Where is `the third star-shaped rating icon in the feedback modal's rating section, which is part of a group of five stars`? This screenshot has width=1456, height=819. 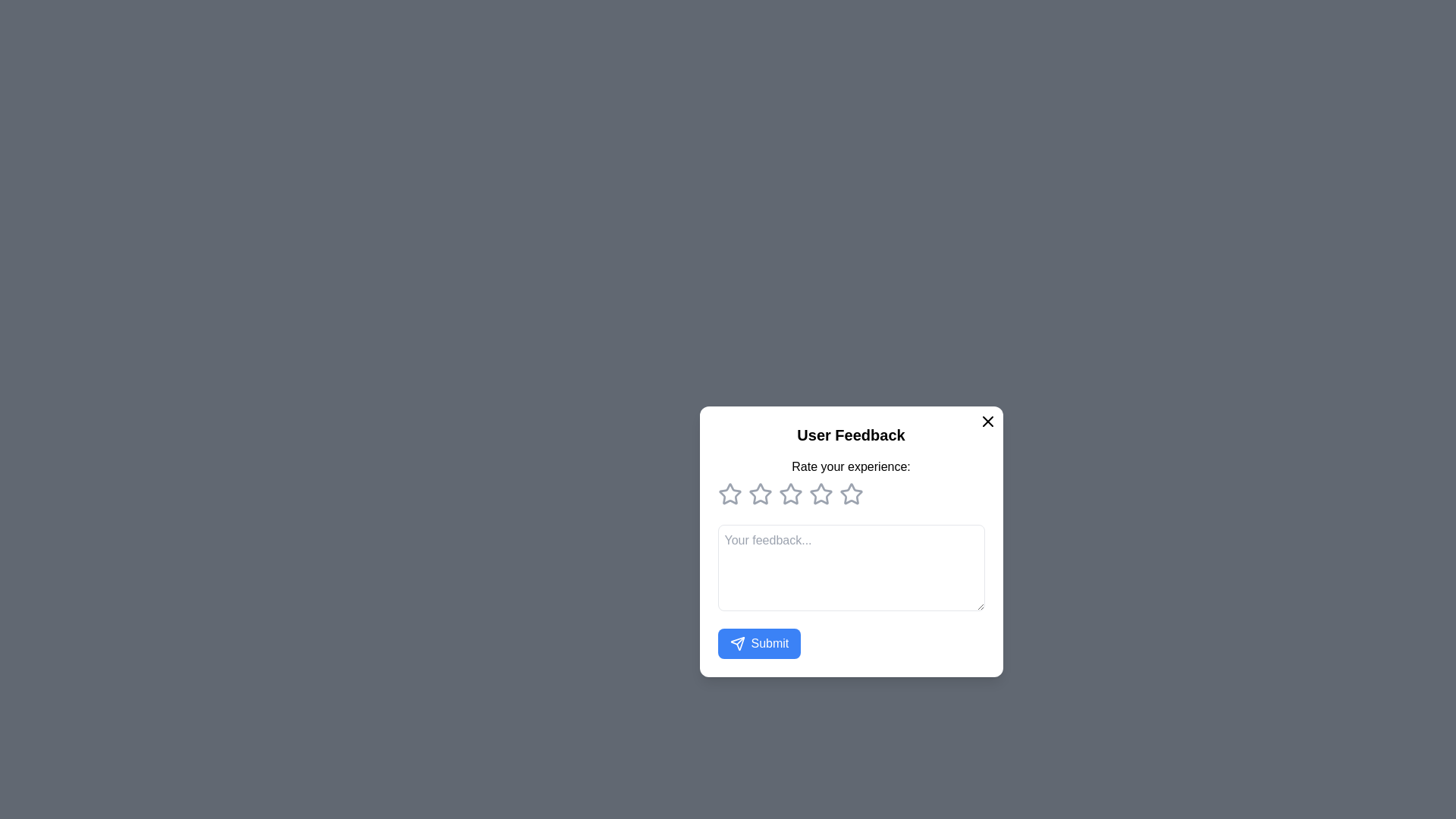
the third star-shaped rating icon in the feedback modal's rating section, which is part of a group of five stars is located at coordinates (820, 493).